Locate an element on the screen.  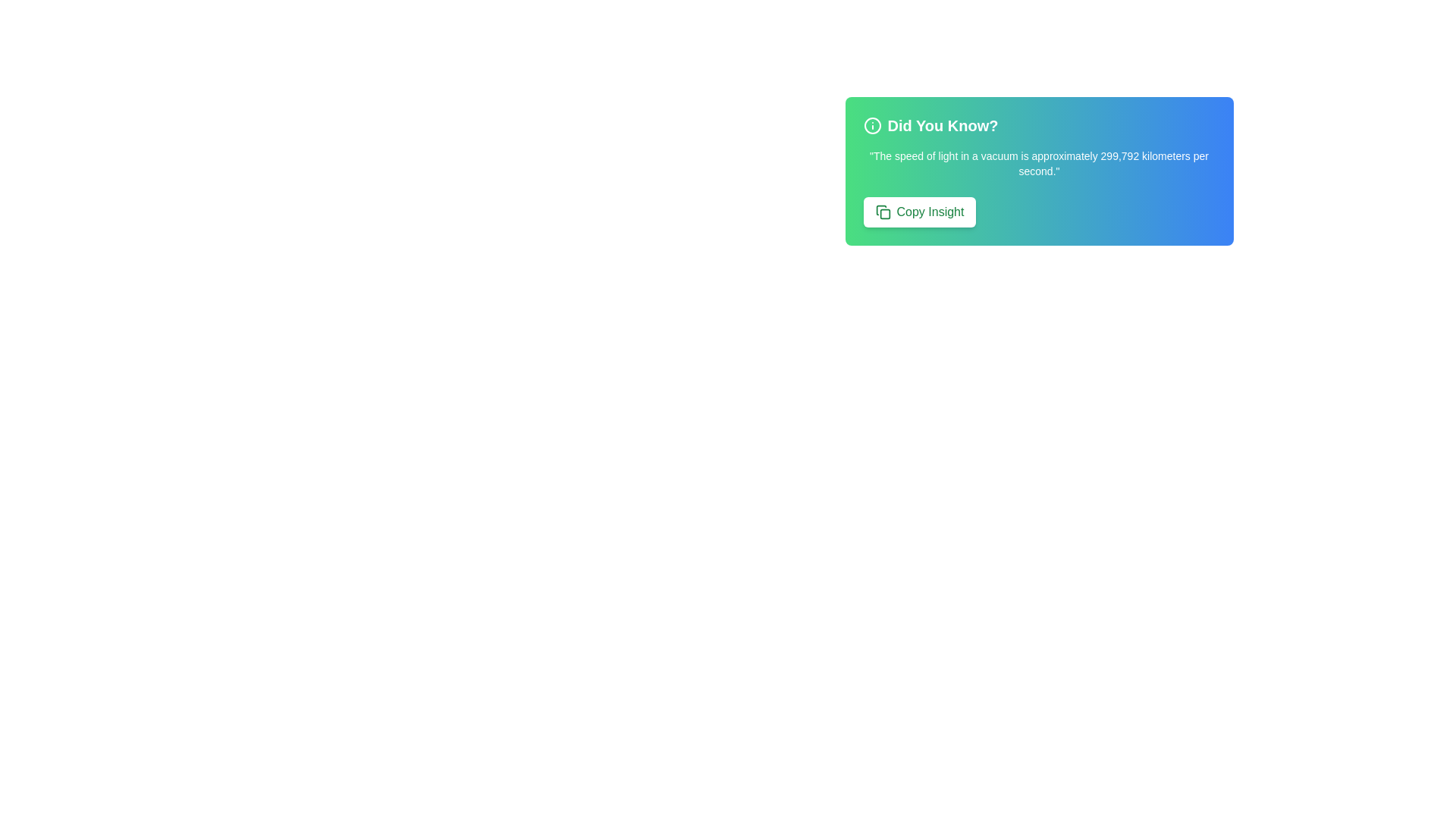
the static text displaying the phrase 'The speed of light in a vacuum is approximately 299,792 kilometers per second.' which is styled with white text and located between 'Did You Know?' and 'Copy Insight' button is located at coordinates (1038, 164).